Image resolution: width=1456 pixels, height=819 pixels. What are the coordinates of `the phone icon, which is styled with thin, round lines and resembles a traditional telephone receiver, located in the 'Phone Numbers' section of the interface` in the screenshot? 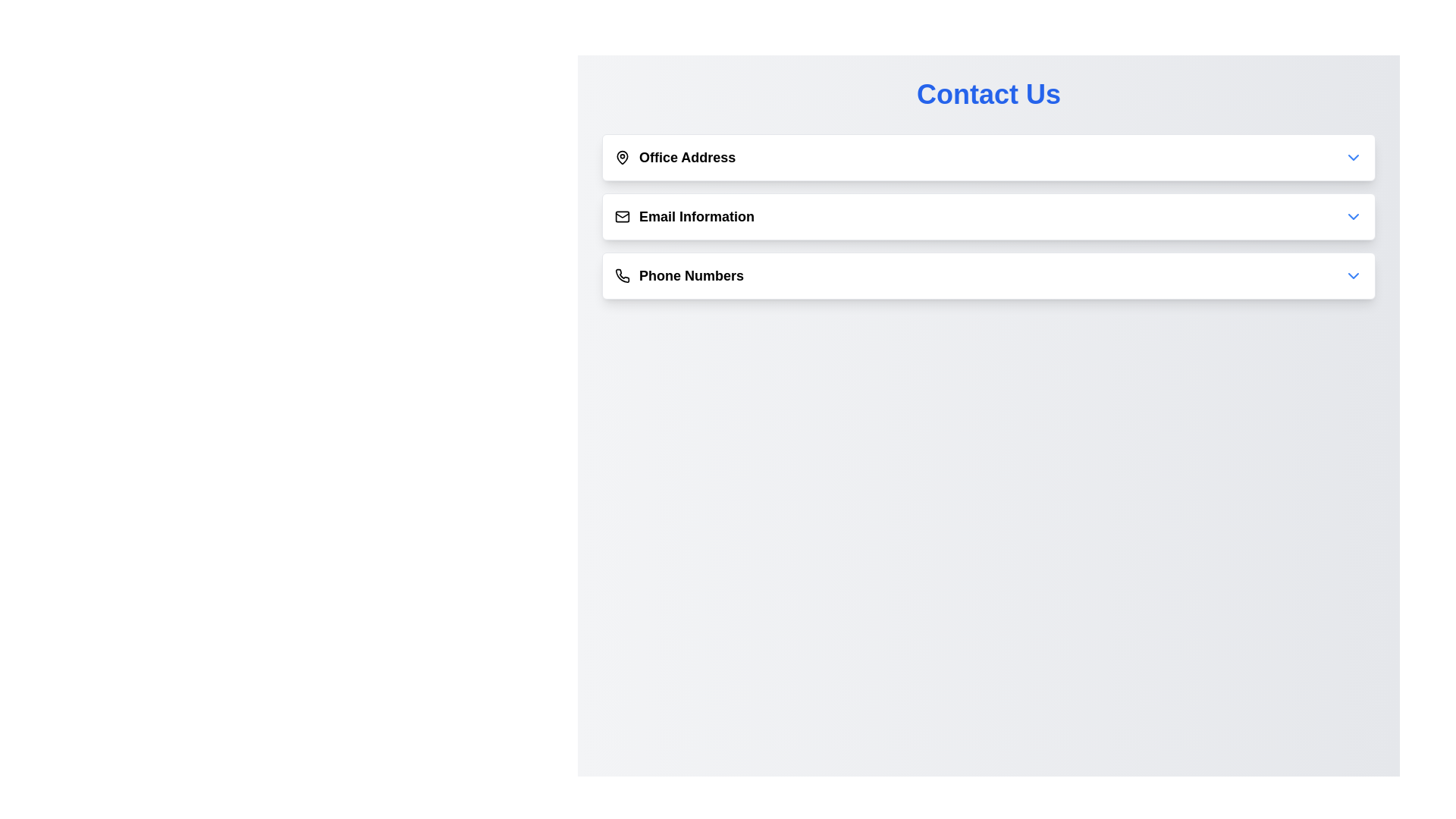 It's located at (622, 275).